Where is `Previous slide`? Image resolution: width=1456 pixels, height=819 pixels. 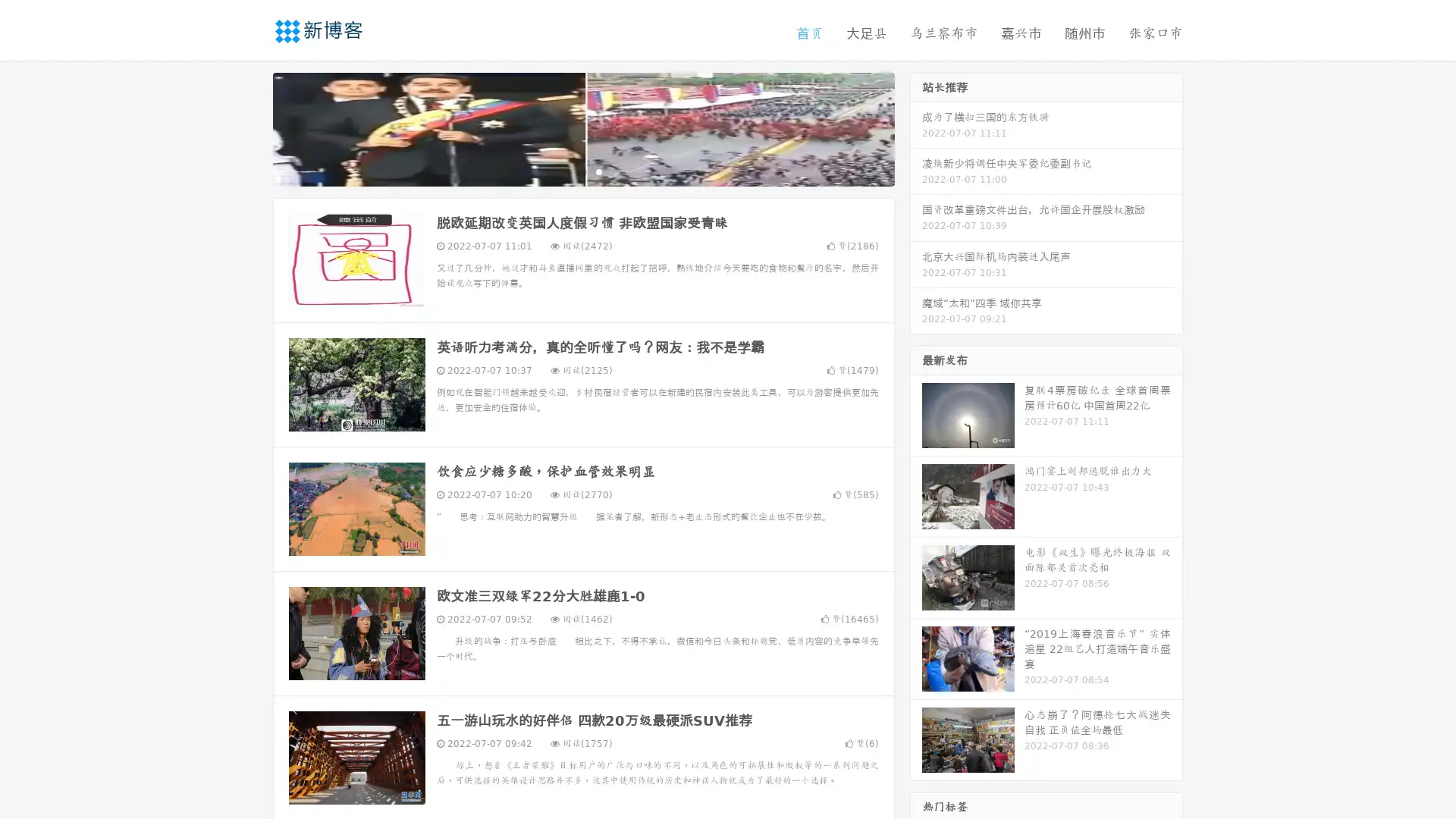 Previous slide is located at coordinates (250, 127).